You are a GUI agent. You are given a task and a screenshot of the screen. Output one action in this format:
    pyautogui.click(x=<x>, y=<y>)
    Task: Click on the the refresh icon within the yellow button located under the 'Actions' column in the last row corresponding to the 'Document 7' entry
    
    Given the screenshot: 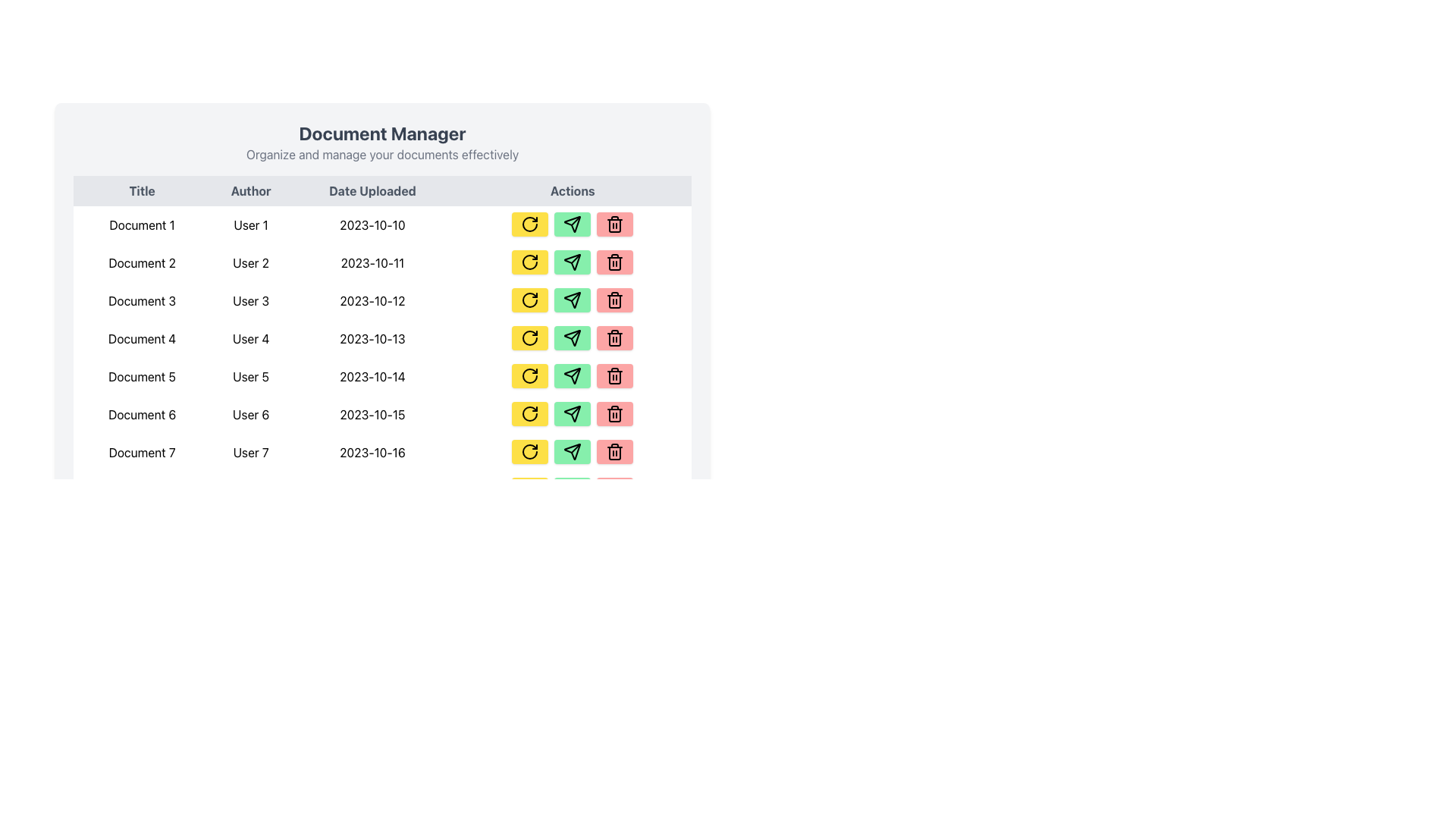 What is the action you would take?
    pyautogui.click(x=530, y=451)
    